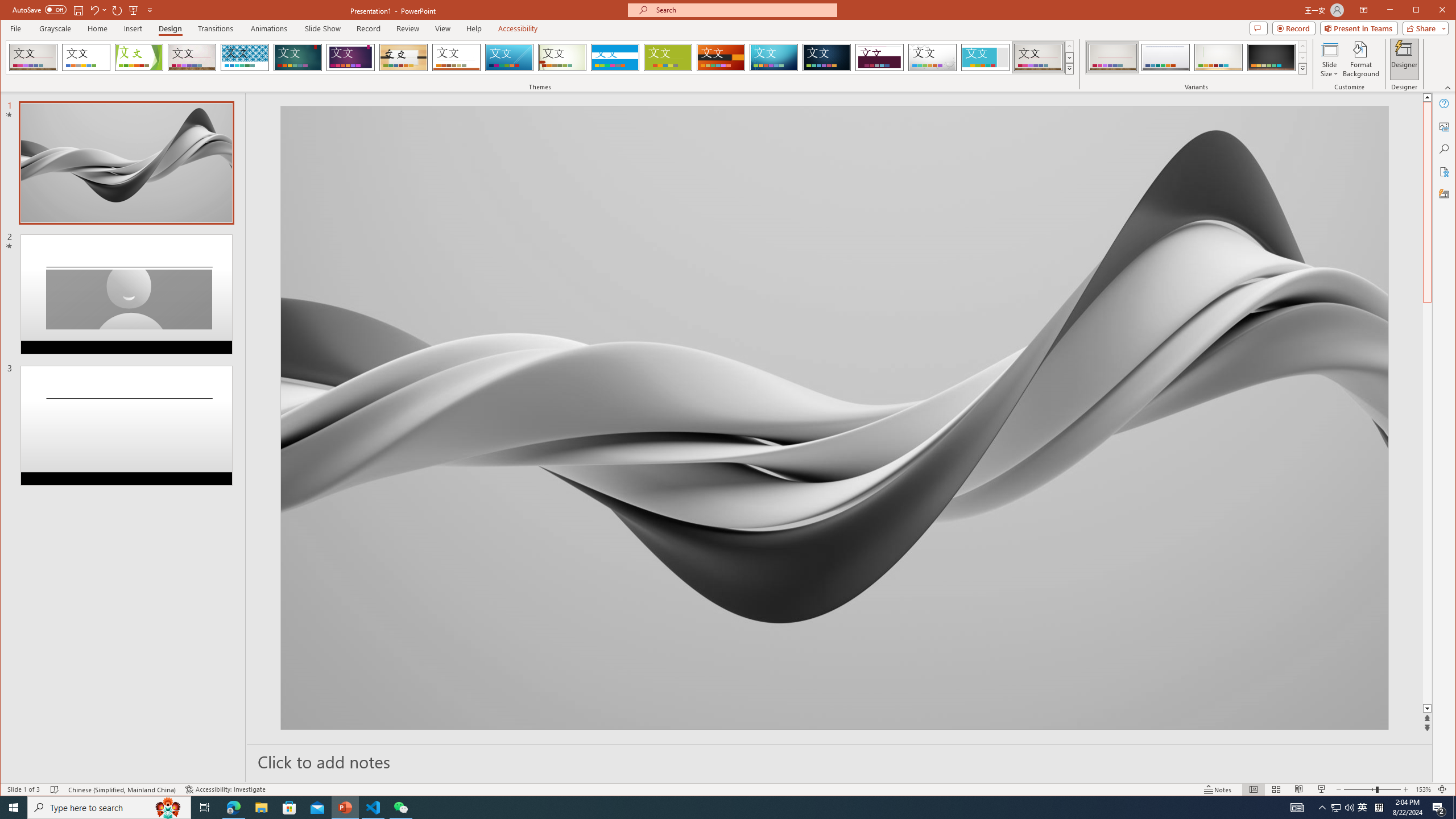 The image size is (1456, 819). What do you see at coordinates (540, 56) in the screenshot?
I see `'AutomationID: SlideThemesGallery'` at bounding box center [540, 56].